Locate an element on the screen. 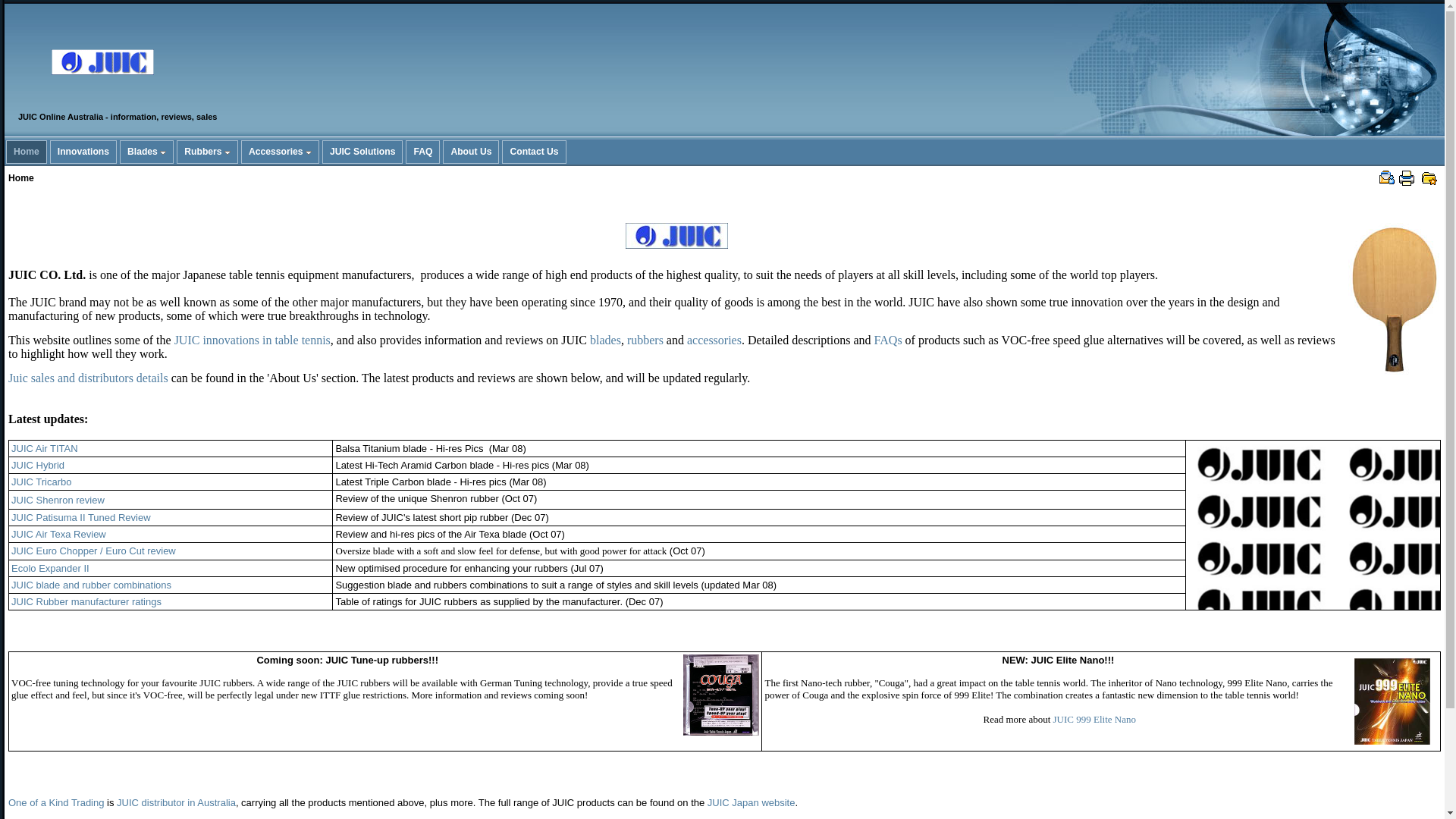  'JUIC Rubber manufacturer ratings ' is located at coordinates (86, 601).